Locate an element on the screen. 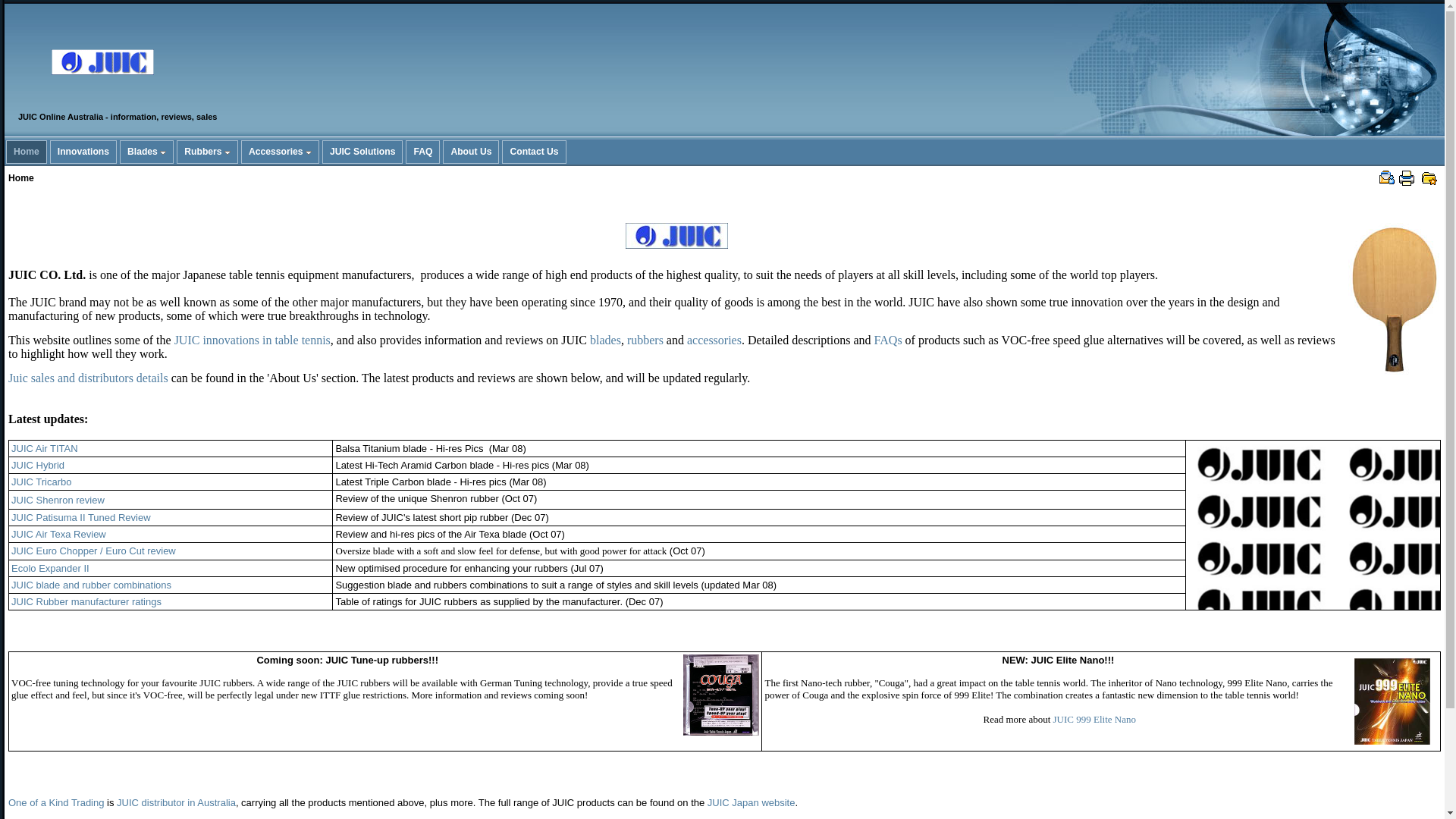  'JUIC Rubber manufacturer ratings ' is located at coordinates (86, 601).